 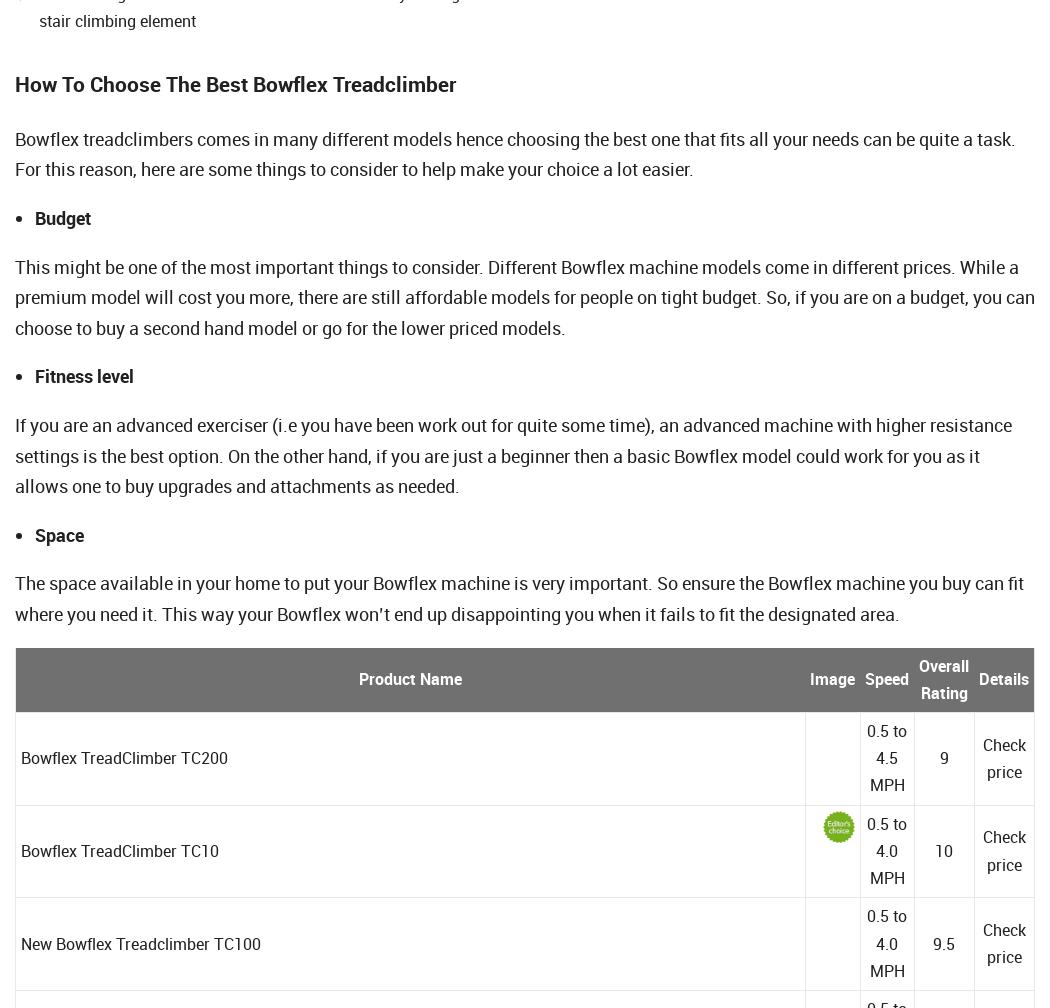 What do you see at coordinates (886, 758) in the screenshot?
I see `'0.5 to 4.5 MPH'` at bounding box center [886, 758].